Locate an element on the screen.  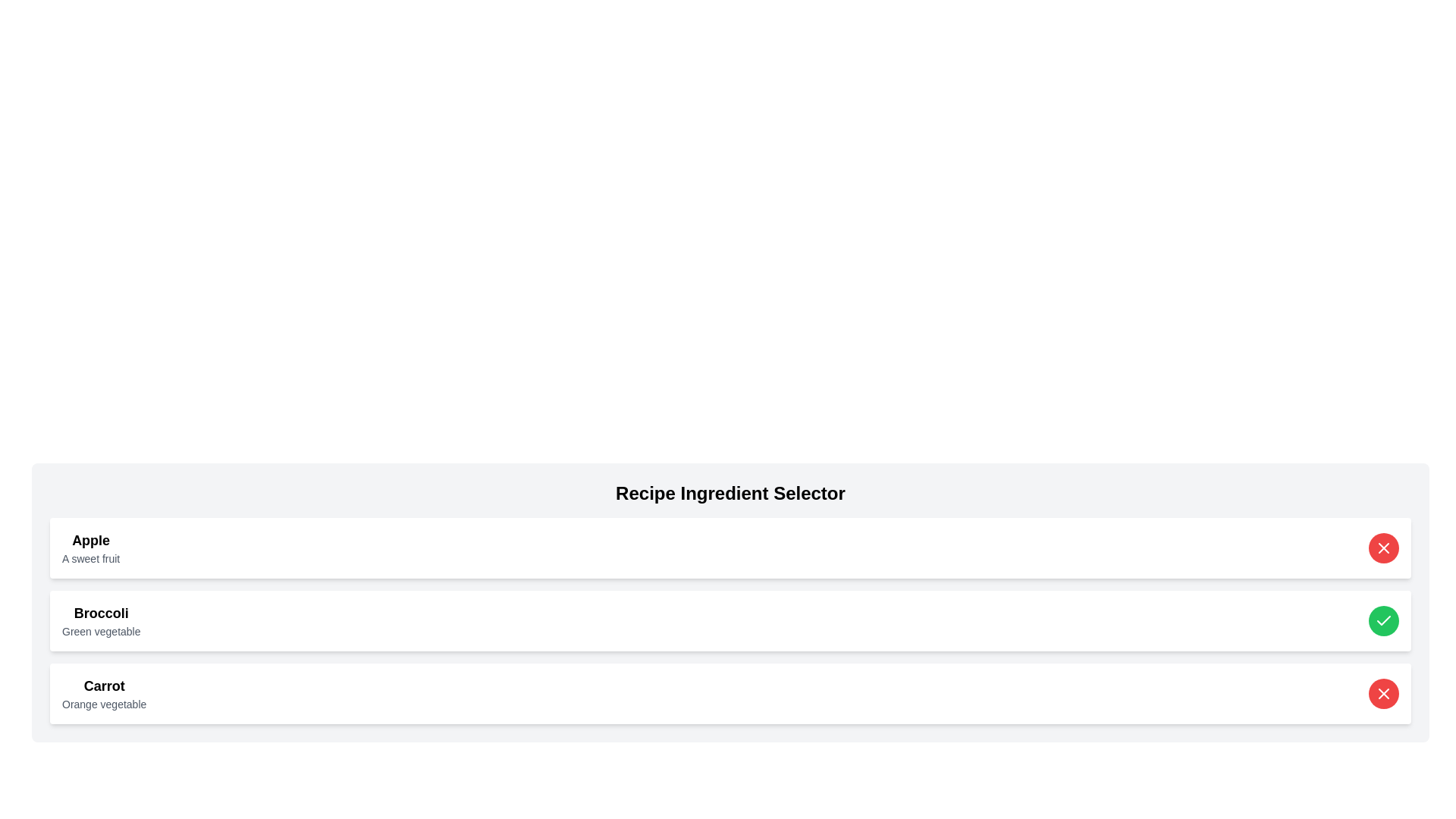
the red circular button with a white 'X' icon is located at coordinates (1383, 548).